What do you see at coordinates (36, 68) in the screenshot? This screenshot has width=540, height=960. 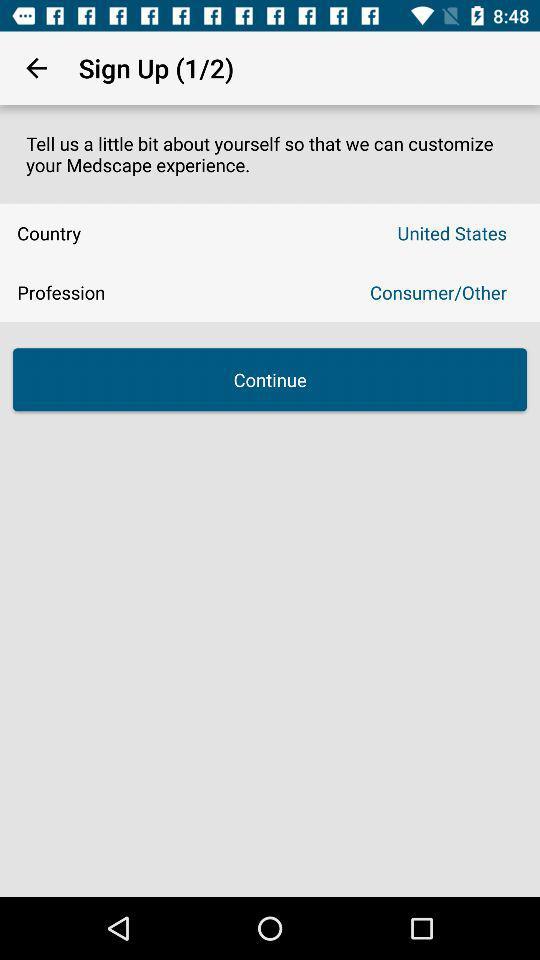 I see `item next to the sign up 1 app` at bounding box center [36, 68].